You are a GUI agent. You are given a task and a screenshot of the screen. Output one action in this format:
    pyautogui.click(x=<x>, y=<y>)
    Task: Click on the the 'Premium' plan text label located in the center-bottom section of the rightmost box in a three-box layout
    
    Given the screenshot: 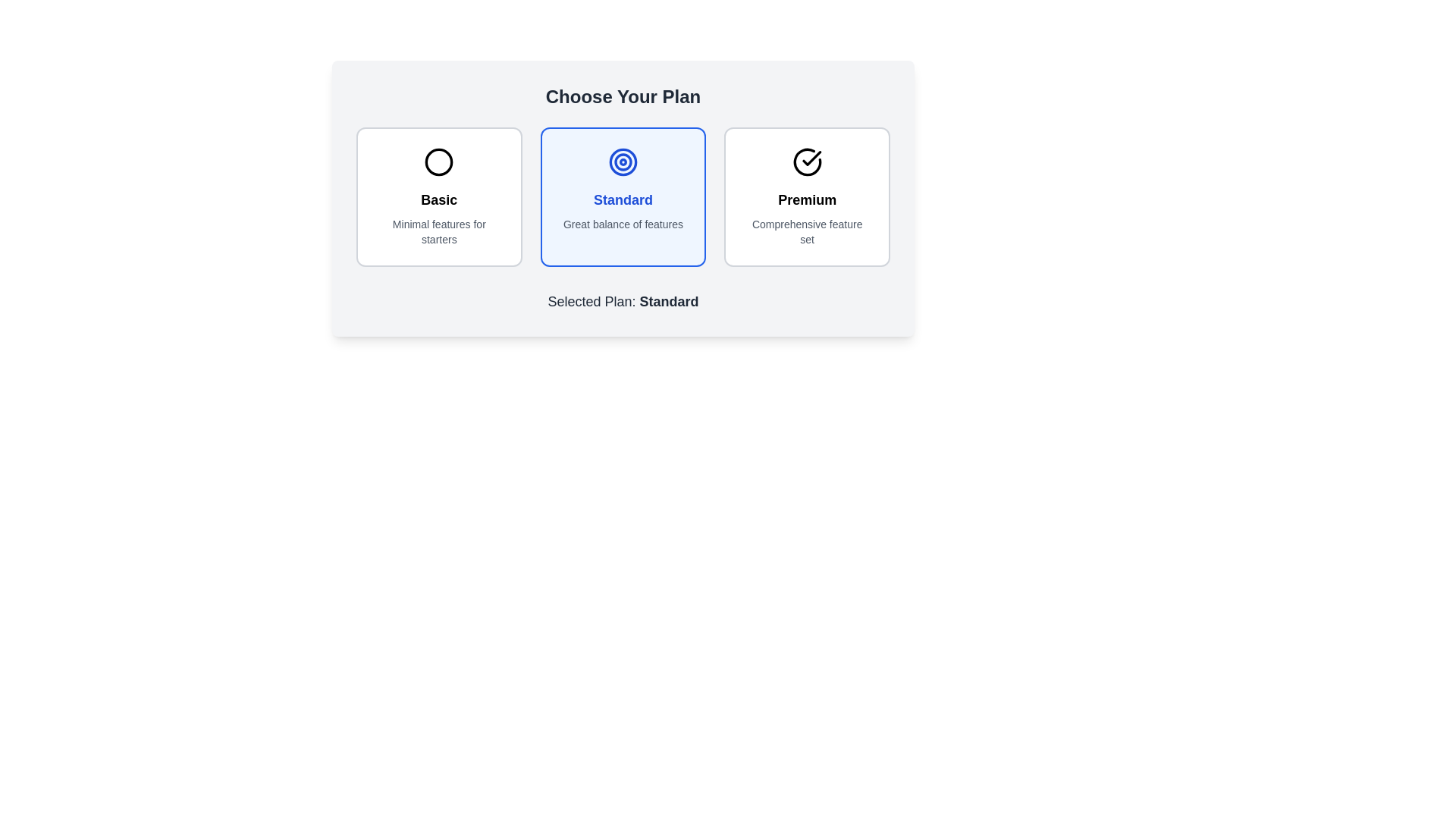 What is the action you would take?
    pyautogui.click(x=806, y=199)
    